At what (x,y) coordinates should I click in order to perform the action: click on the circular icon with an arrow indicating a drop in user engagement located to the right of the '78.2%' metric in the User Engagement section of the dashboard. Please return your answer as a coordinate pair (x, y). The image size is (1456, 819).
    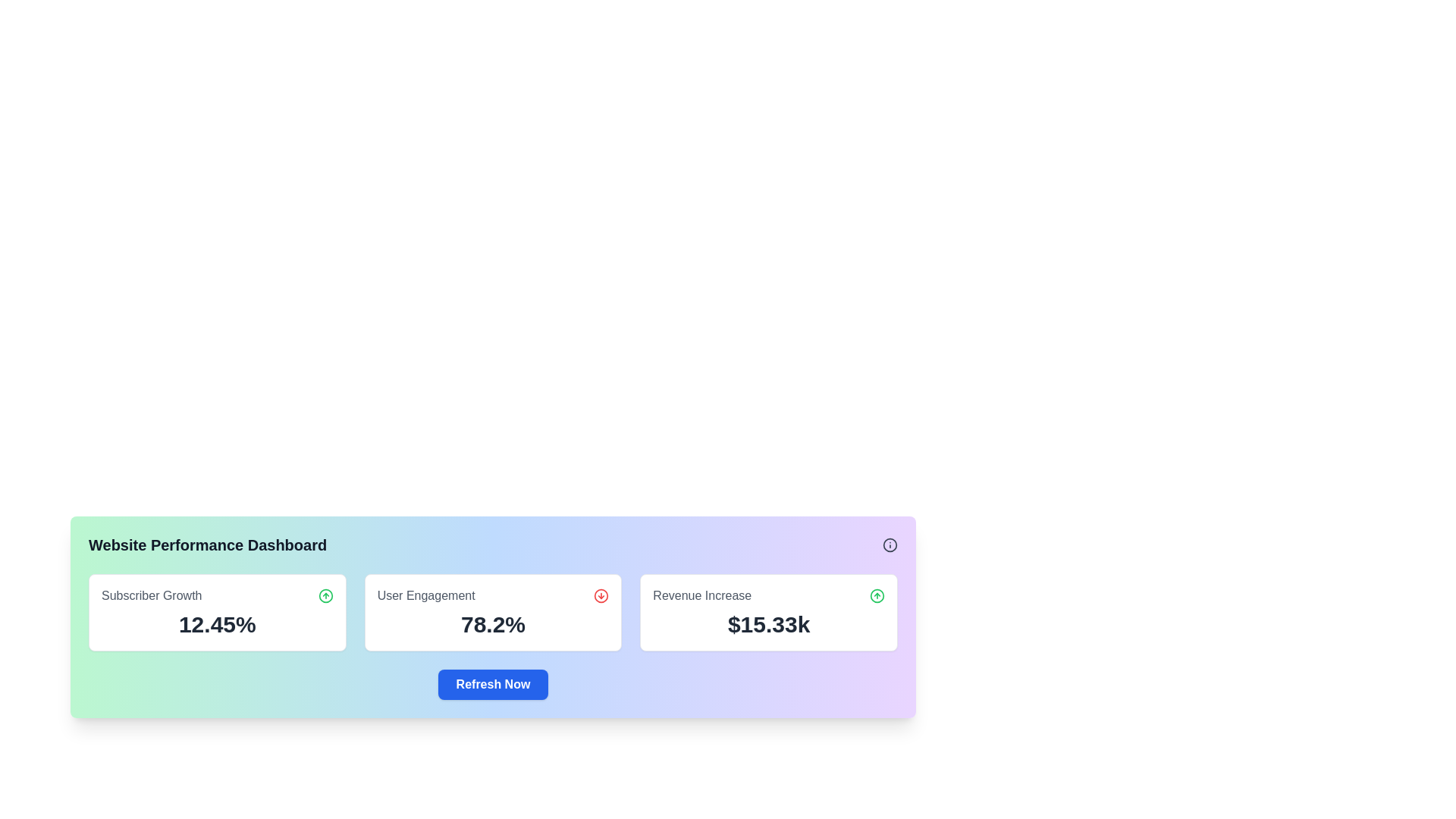
    Looking at the image, I should click on (601, 595).